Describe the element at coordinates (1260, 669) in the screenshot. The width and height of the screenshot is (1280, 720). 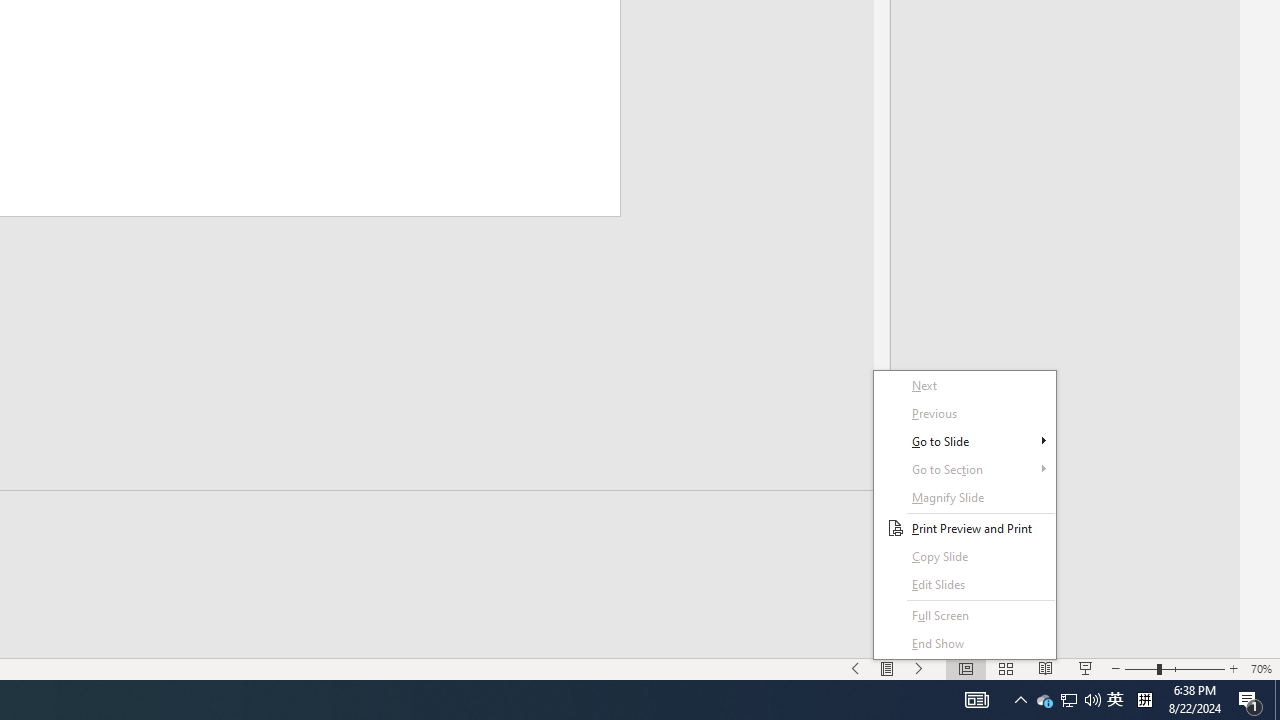
I see `'Zoom 70%'` at that location.